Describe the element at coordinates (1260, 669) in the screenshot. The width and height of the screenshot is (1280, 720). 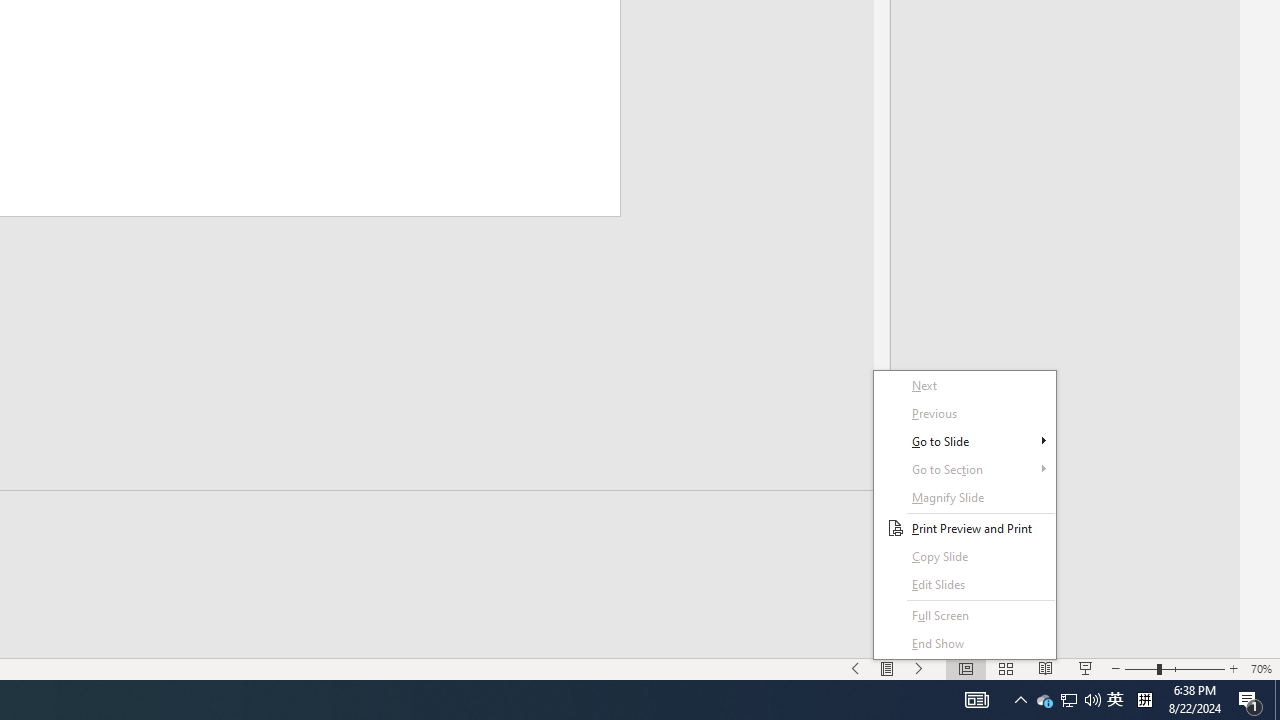
I see `'Zoom 70%'` at that location.